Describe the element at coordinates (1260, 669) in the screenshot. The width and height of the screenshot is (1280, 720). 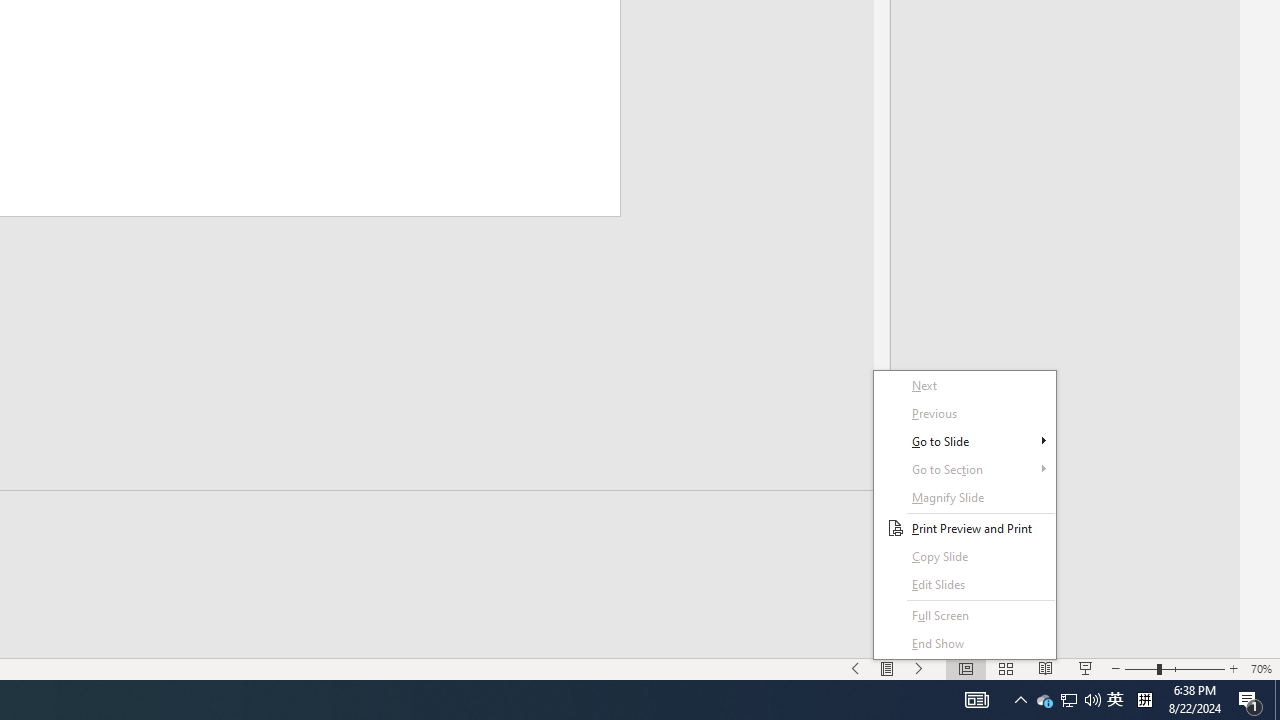
I see `'Zoom 70%'` at that location.